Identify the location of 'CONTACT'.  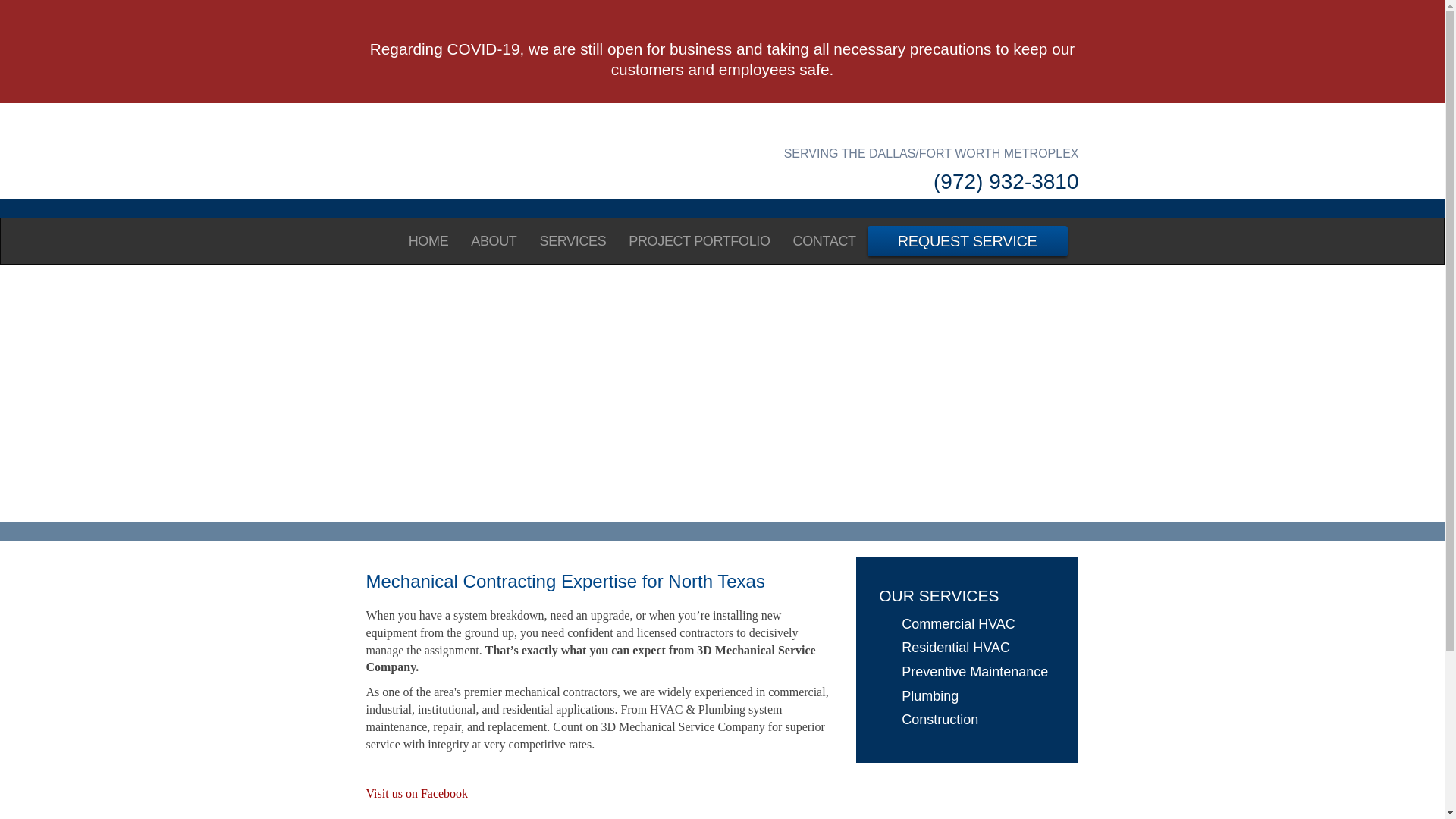
(824, 240).